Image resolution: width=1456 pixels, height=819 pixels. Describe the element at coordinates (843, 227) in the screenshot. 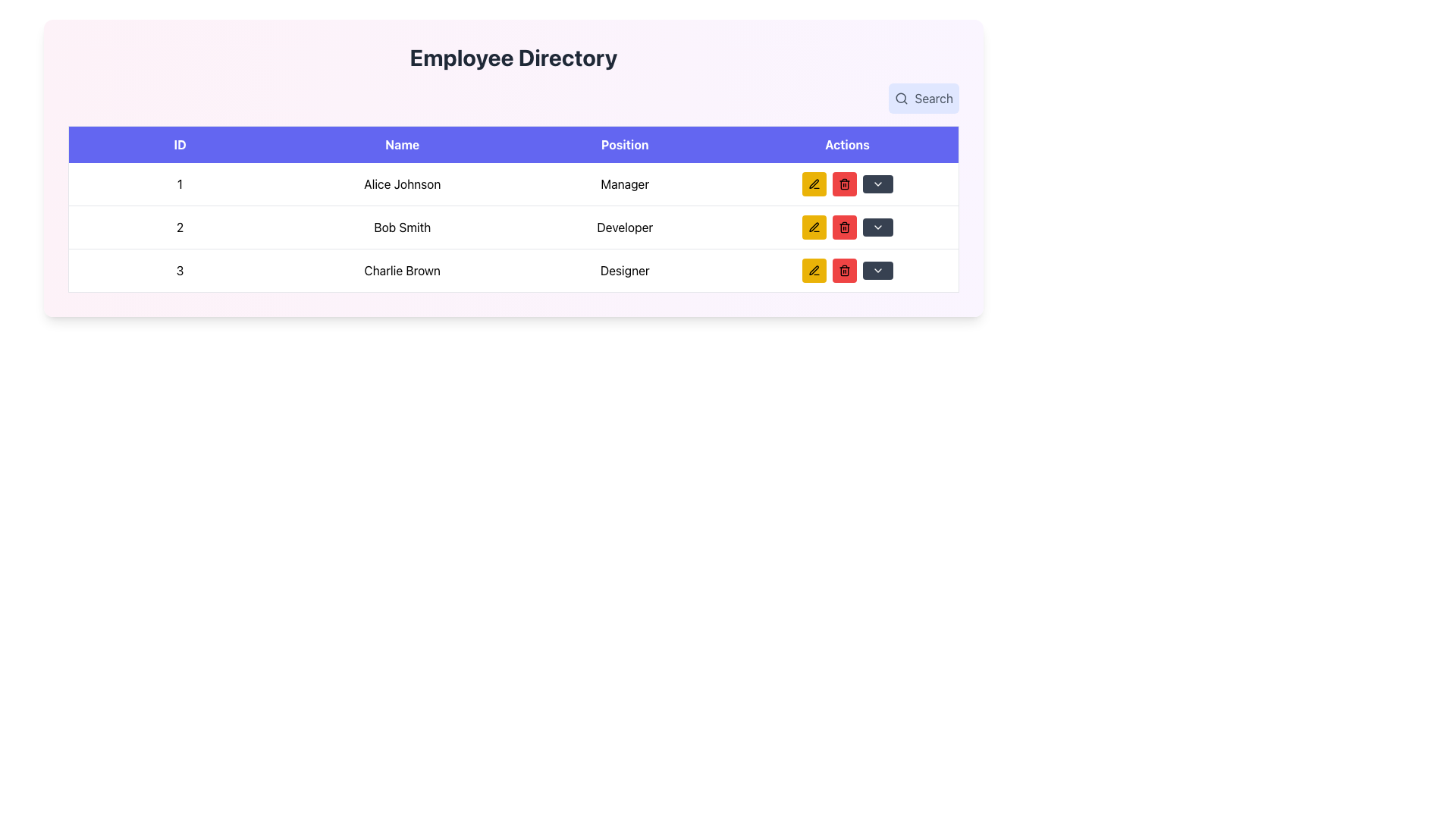

I see `the delete action button with a trash can icon for employee 'Bob Smith', who is a 'Developer'` at that location.